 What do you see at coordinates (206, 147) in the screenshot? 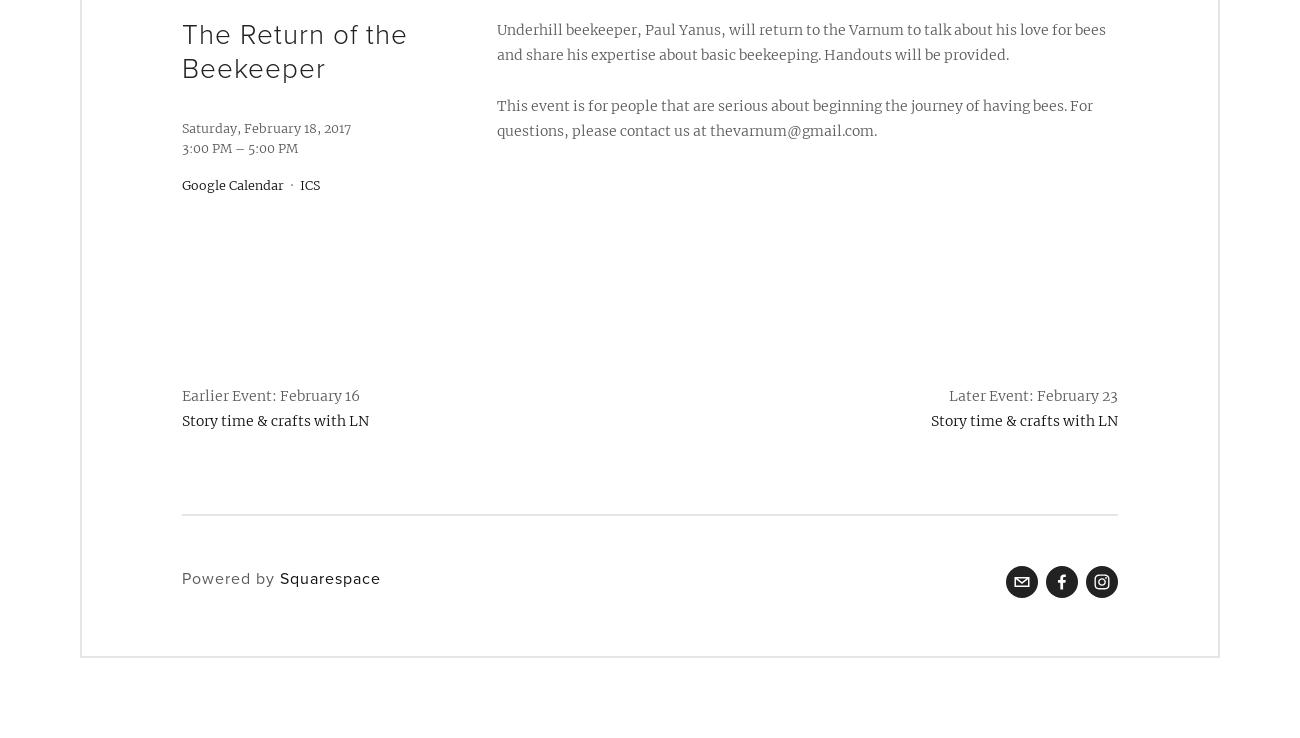
I see `'3:00 PM'` at bounding box center [206, 147].